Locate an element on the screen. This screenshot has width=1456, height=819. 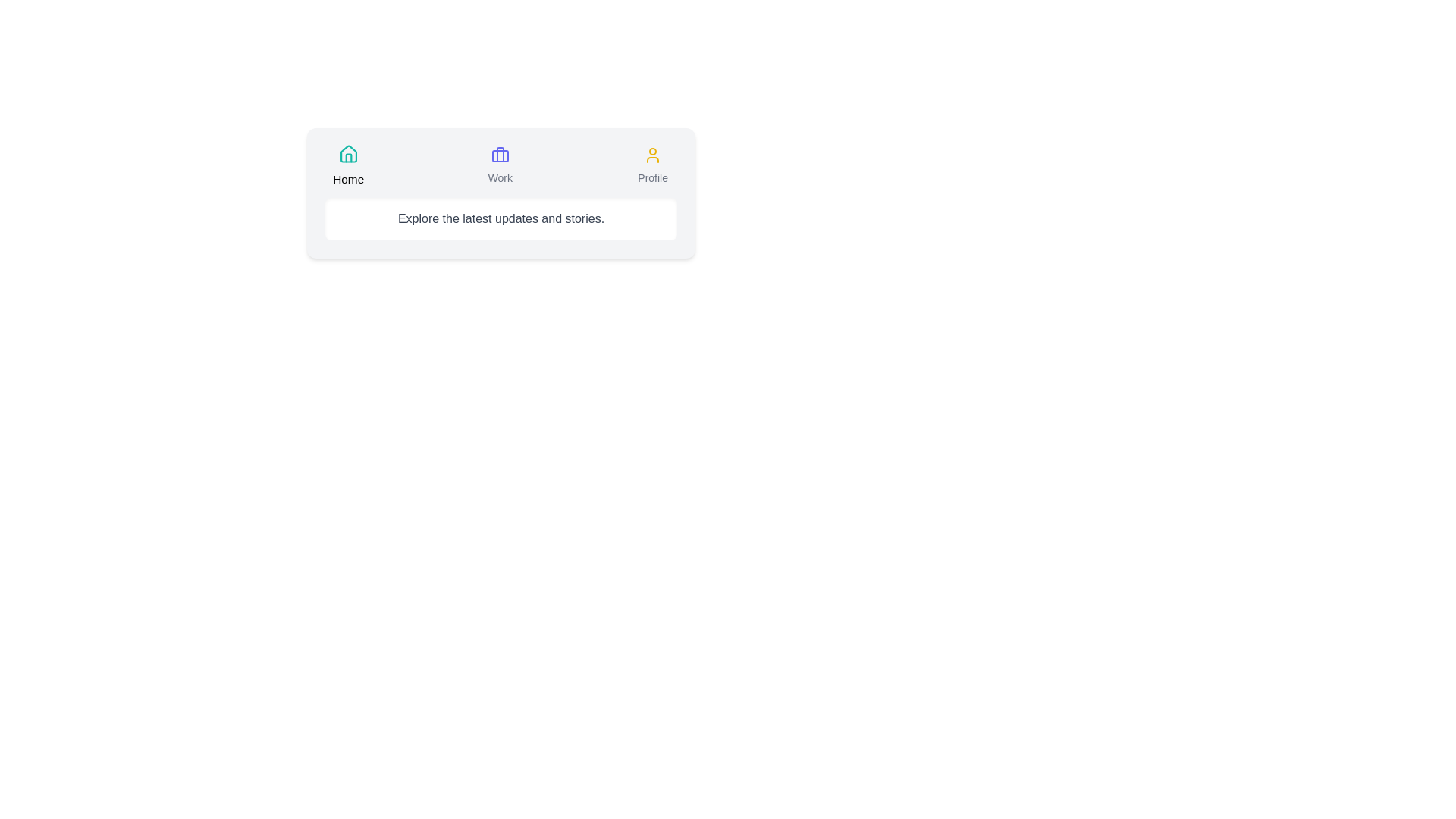
the Work tab to switch to it is located at coordinates (499, 166).